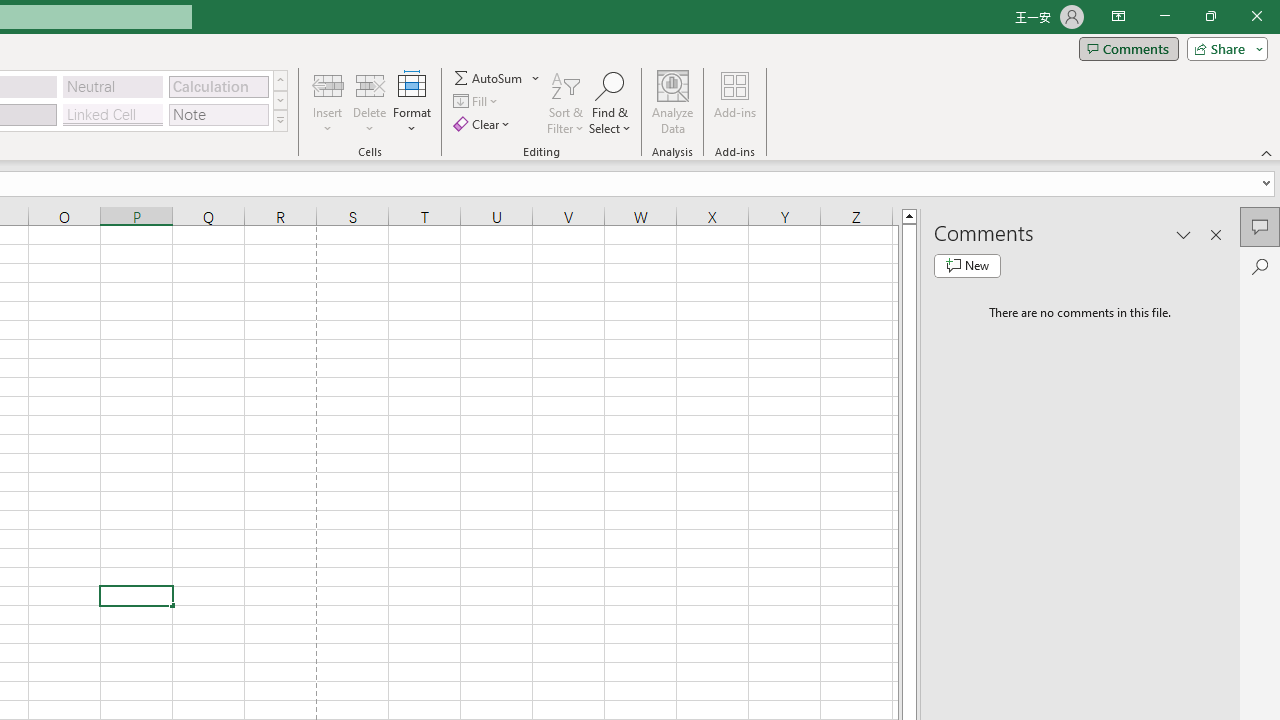 The height and width of the screenshot is (720, 1280). Describe the element at coordinates (328, 84) in the screenshot. I see `'Insert Cells'` at that location.